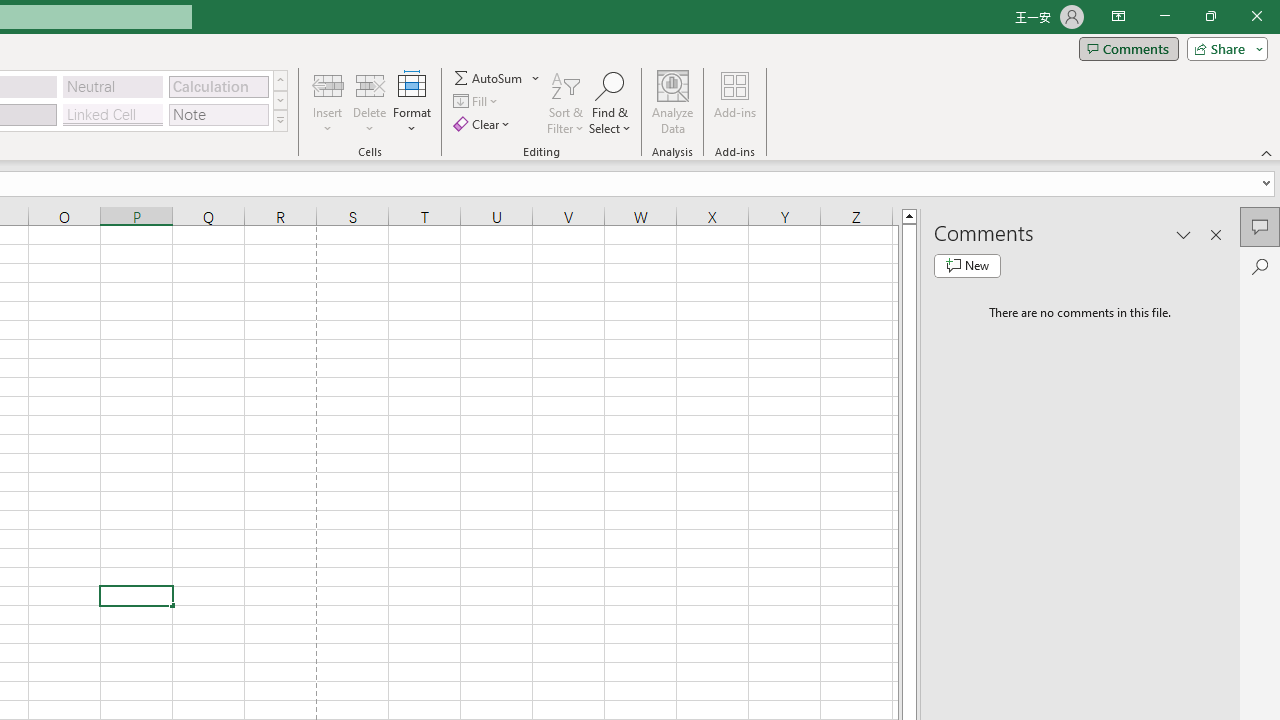 The height and width of the screenshot is (720, 1280). Describe the element at coordinates (328, 84) in the screenshot. I see `'Insert Cells'` at that location.